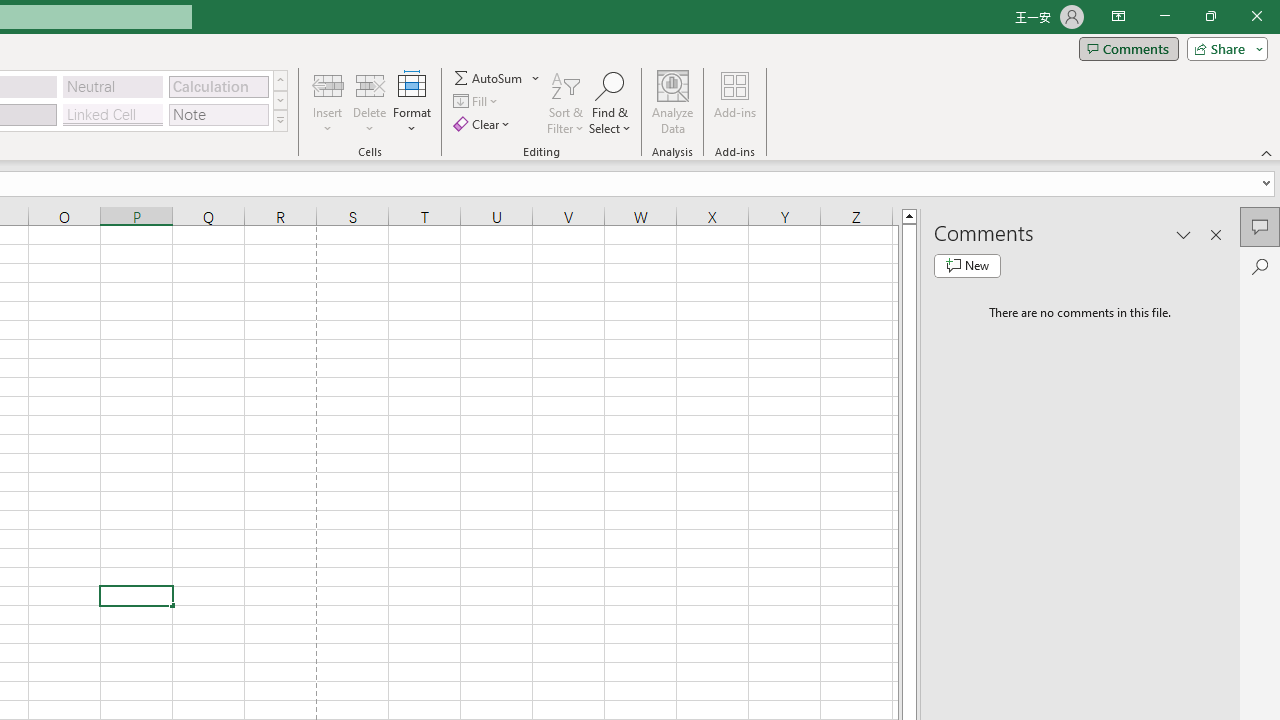 The height and width of the screenshot is (720, 1280). Describe the element at coordinates (328, 84) in the screenshot. I see `'Insert Cells'` at that location.